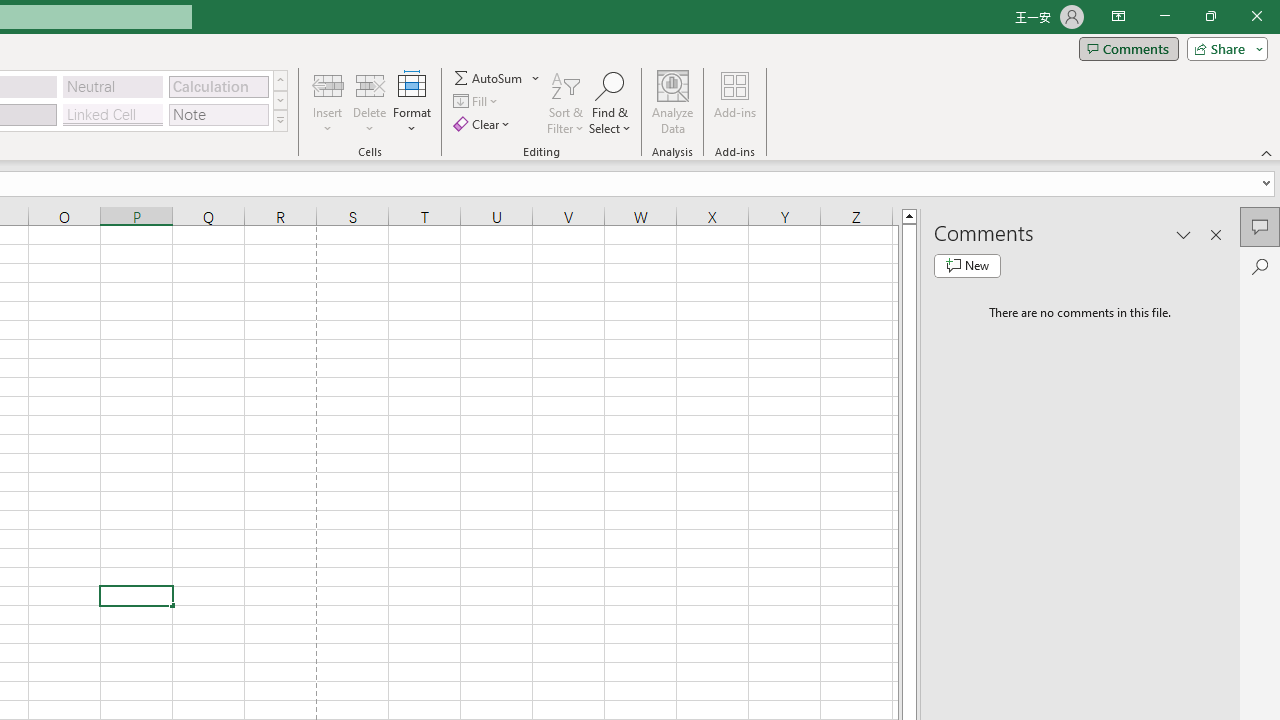 The height and width of the screenshot is (720, 1280). Describe the element at coordinates (328, 84) in the screenshot. I see `'Insert Cells'` at that location.